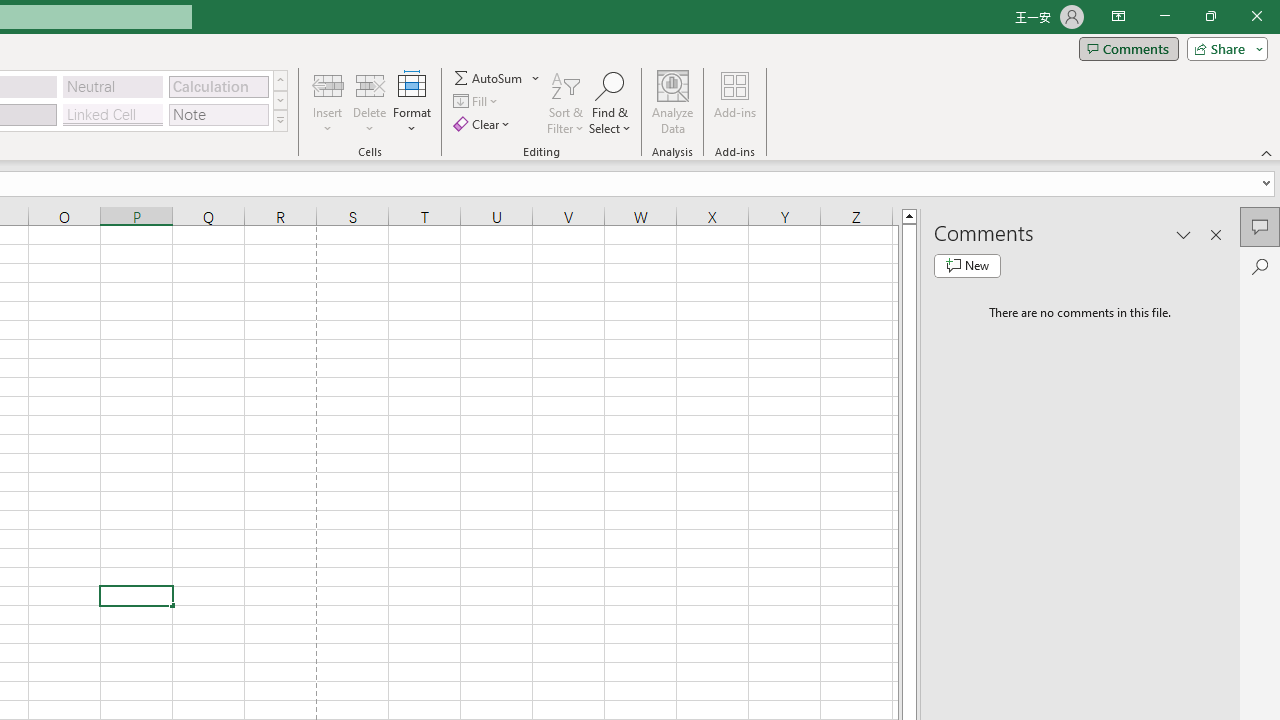 The height and width of the screenshot is (720, 1280). Describe the element at coordinates (328, 84) in the screenshot. I see `'Insert Cells'` at that location.